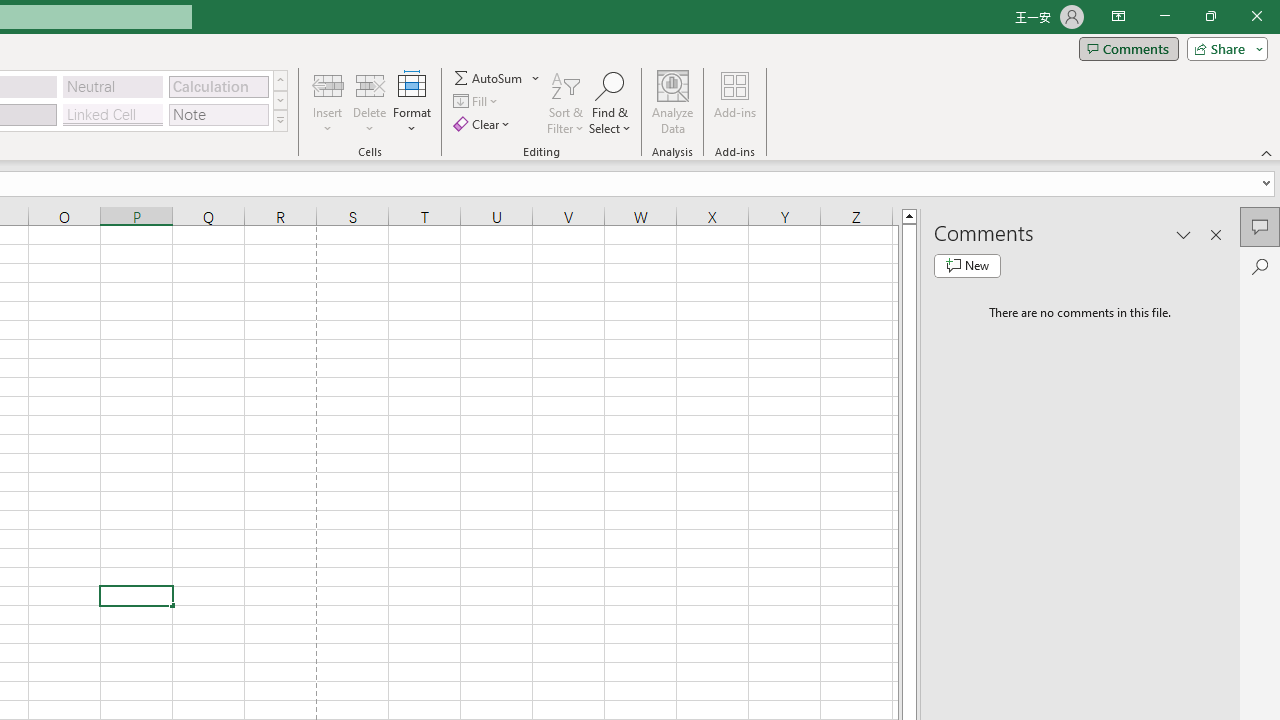 The height and width of the screenshot is (720, 1280). Describe the element at coordinates (328, 84) in the screenshot. I see `'Insert Cells'` at that location.